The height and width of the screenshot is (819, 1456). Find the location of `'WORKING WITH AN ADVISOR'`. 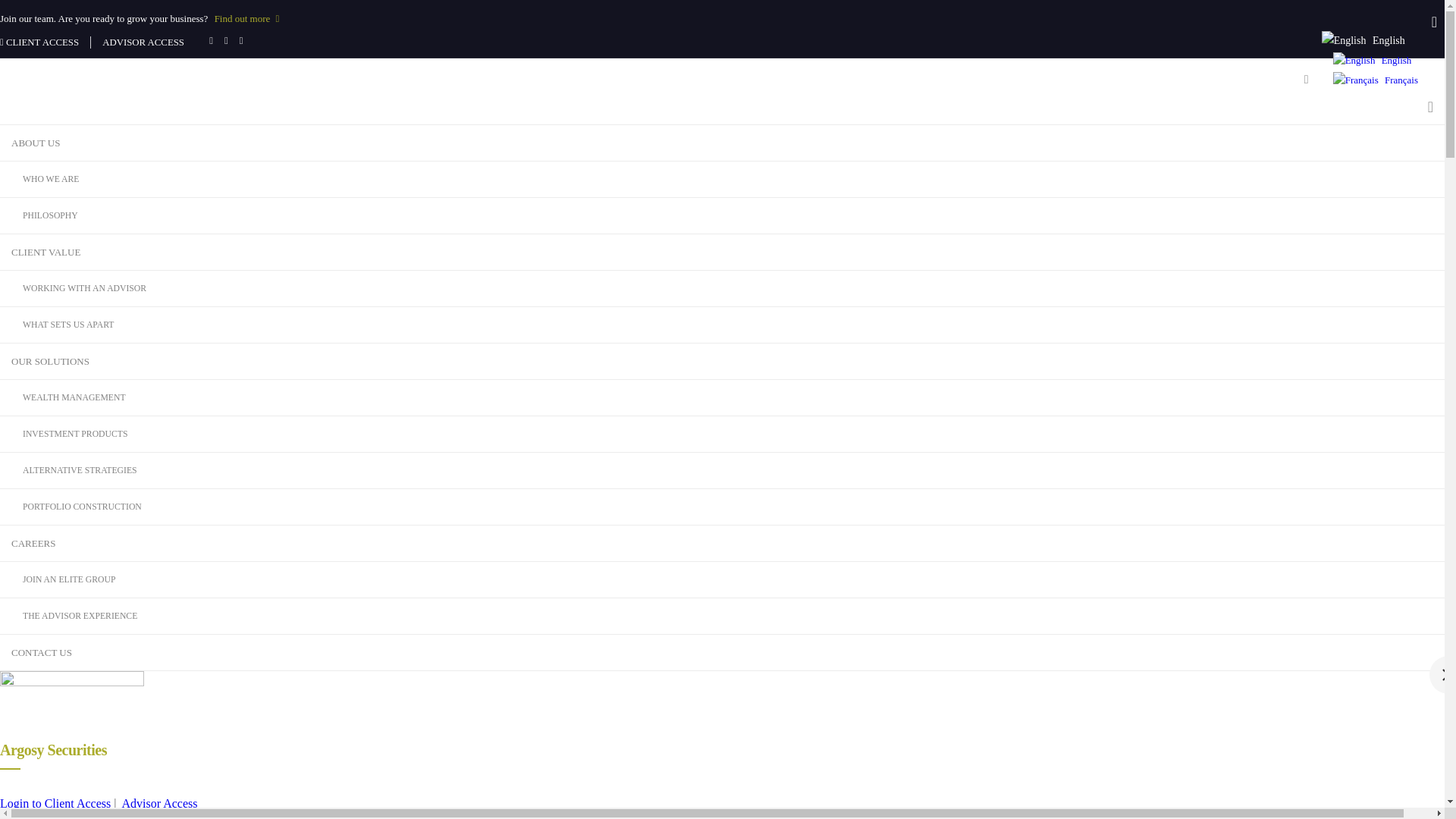

'WORKING WITH AN ADVISOR' is located at coordinates (0, 289).